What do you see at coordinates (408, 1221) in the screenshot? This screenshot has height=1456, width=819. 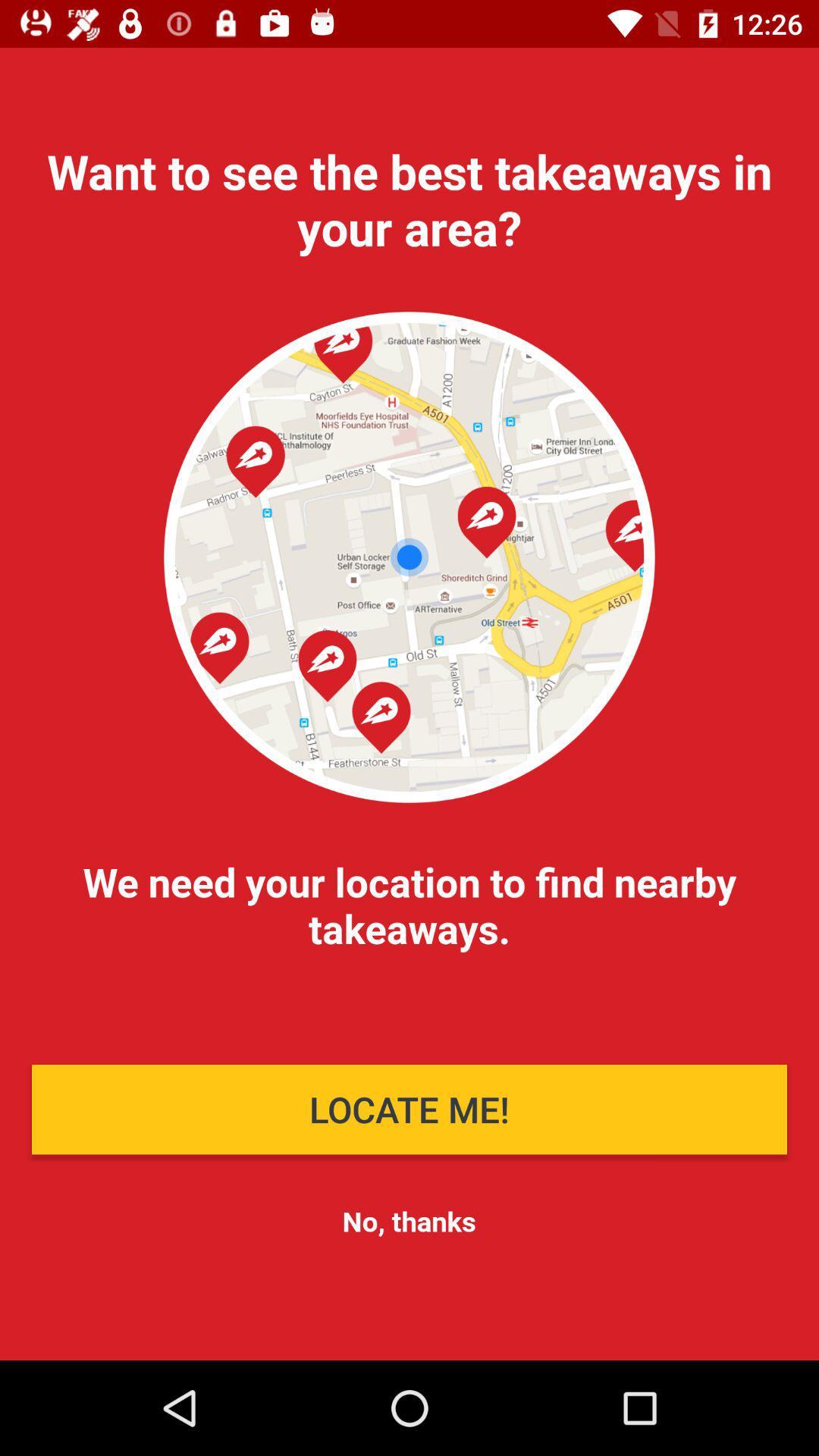 I see `no, thanks item` at bounding box center [408, 1221].